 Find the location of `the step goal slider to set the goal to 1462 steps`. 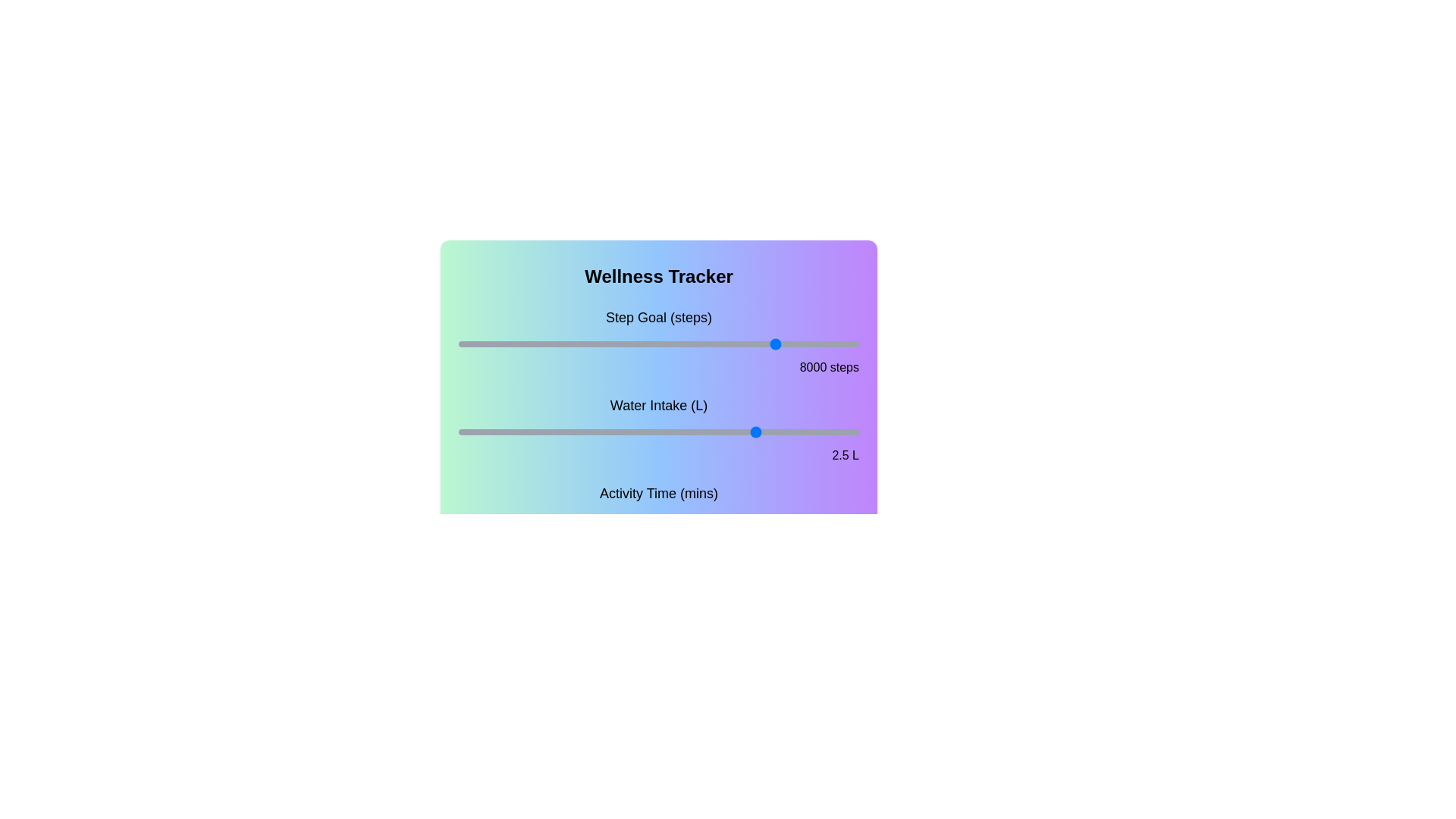

the step goal slider to set the goal to 1462 steps is located at coordinates (517, 344).